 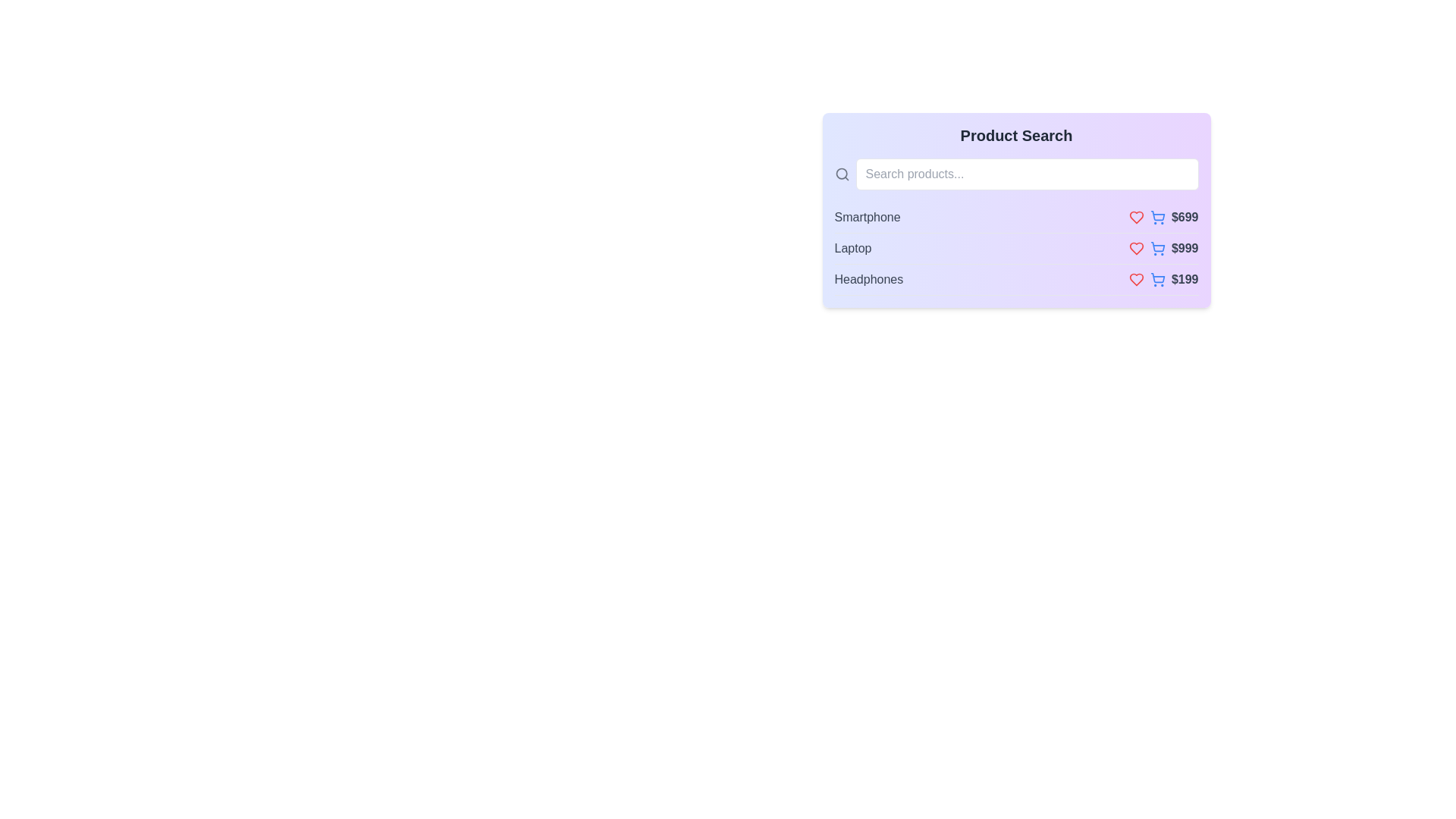 I want to click on the blue shopping cart icon located to the right of the product description and next to the price tag in the purple box, so click(x=1156, y=215).